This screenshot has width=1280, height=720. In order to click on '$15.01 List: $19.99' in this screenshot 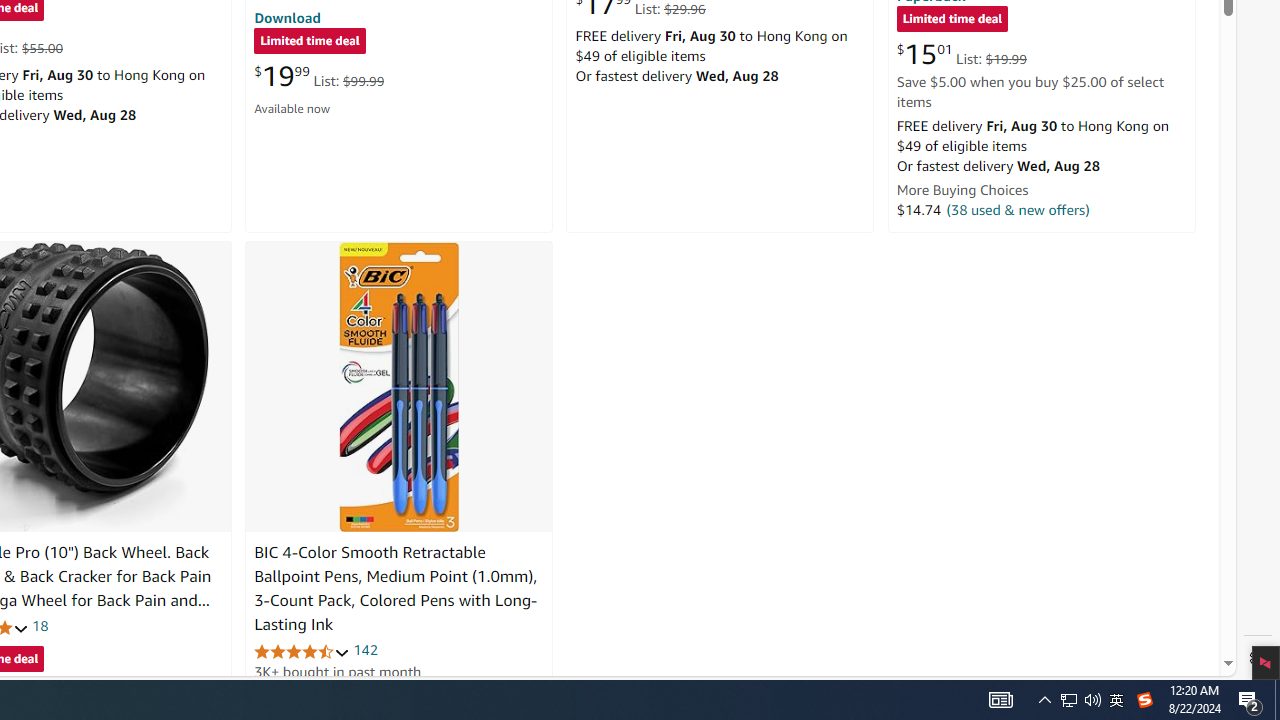, I will do `click(961, 53)`.